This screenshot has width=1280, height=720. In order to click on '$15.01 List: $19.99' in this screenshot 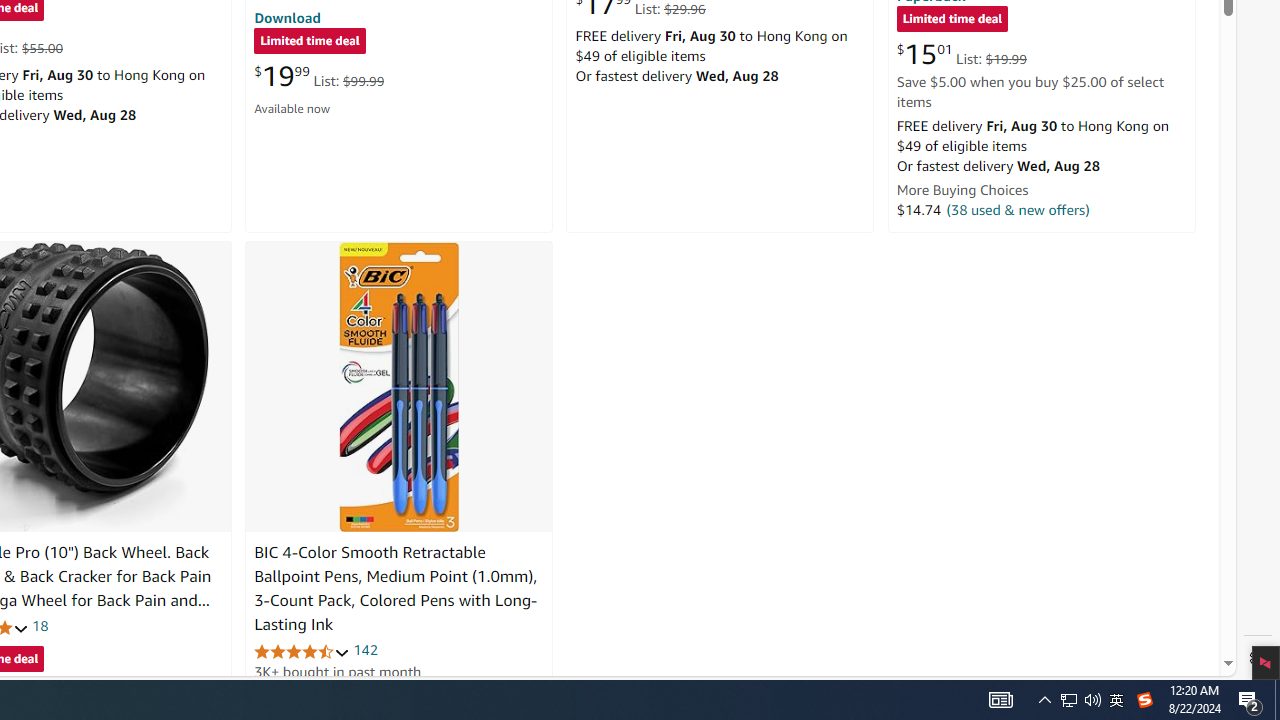, I will do `click(961, 53)`.